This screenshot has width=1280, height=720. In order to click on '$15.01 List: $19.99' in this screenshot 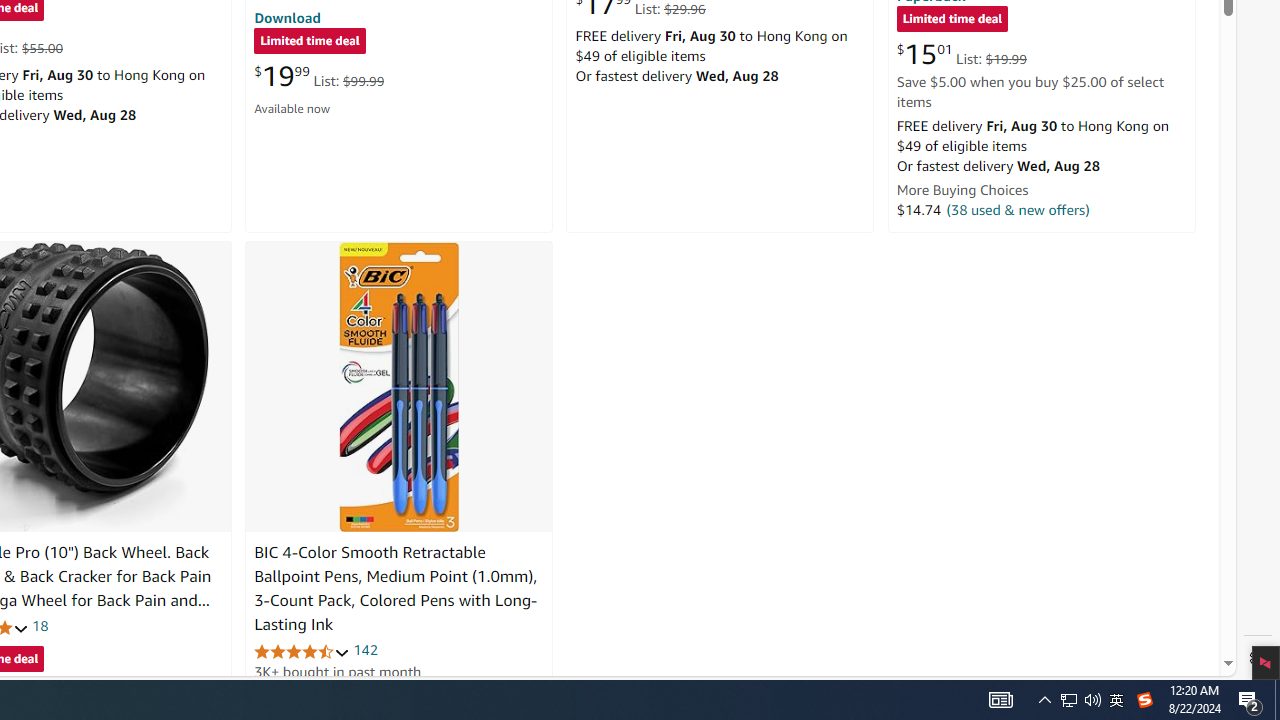, I will do `click(961, 53)`.